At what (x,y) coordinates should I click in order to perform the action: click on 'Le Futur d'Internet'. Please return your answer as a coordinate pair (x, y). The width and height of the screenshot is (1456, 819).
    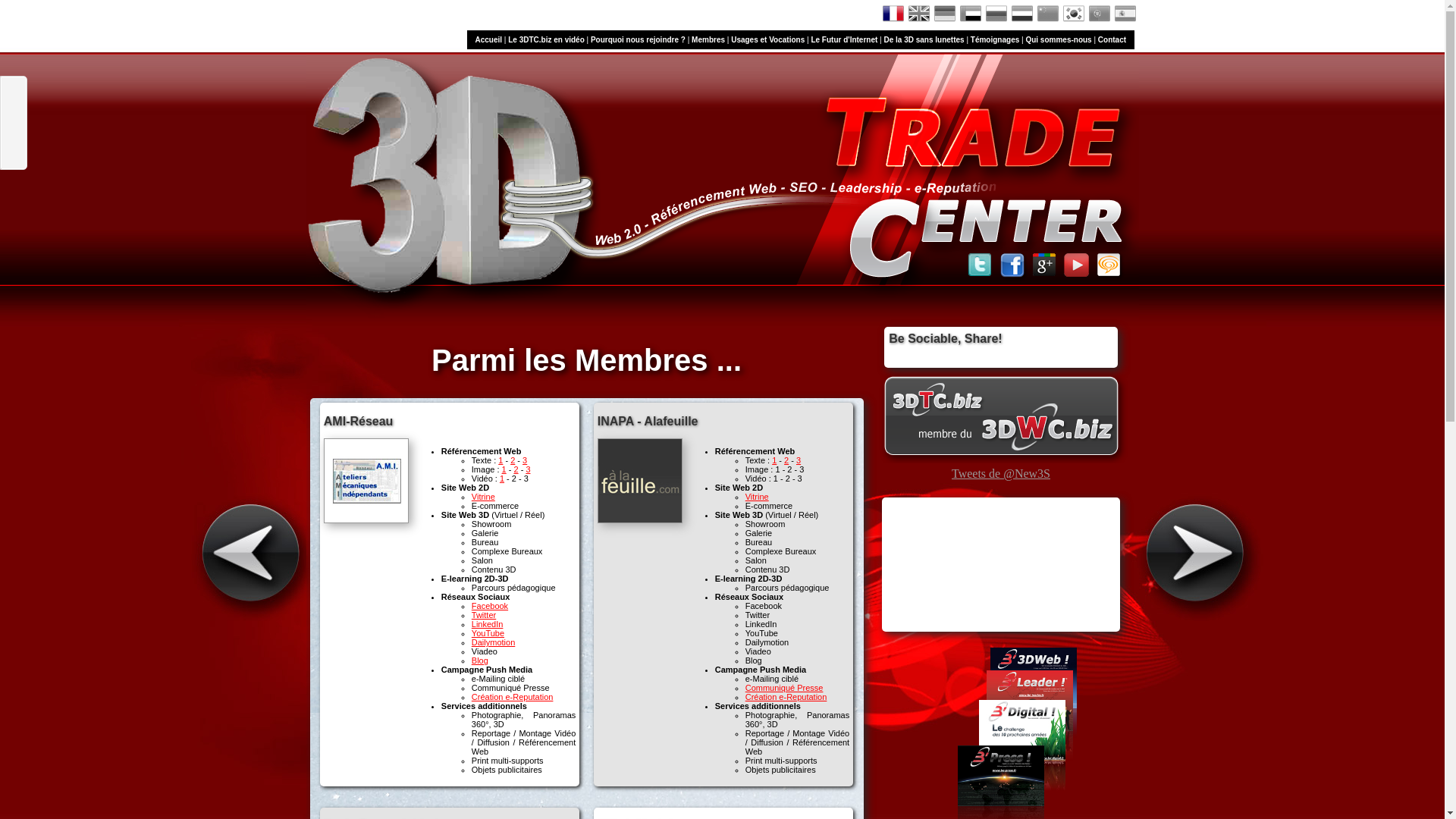
    Looking at the image, I should click on (843, 39).